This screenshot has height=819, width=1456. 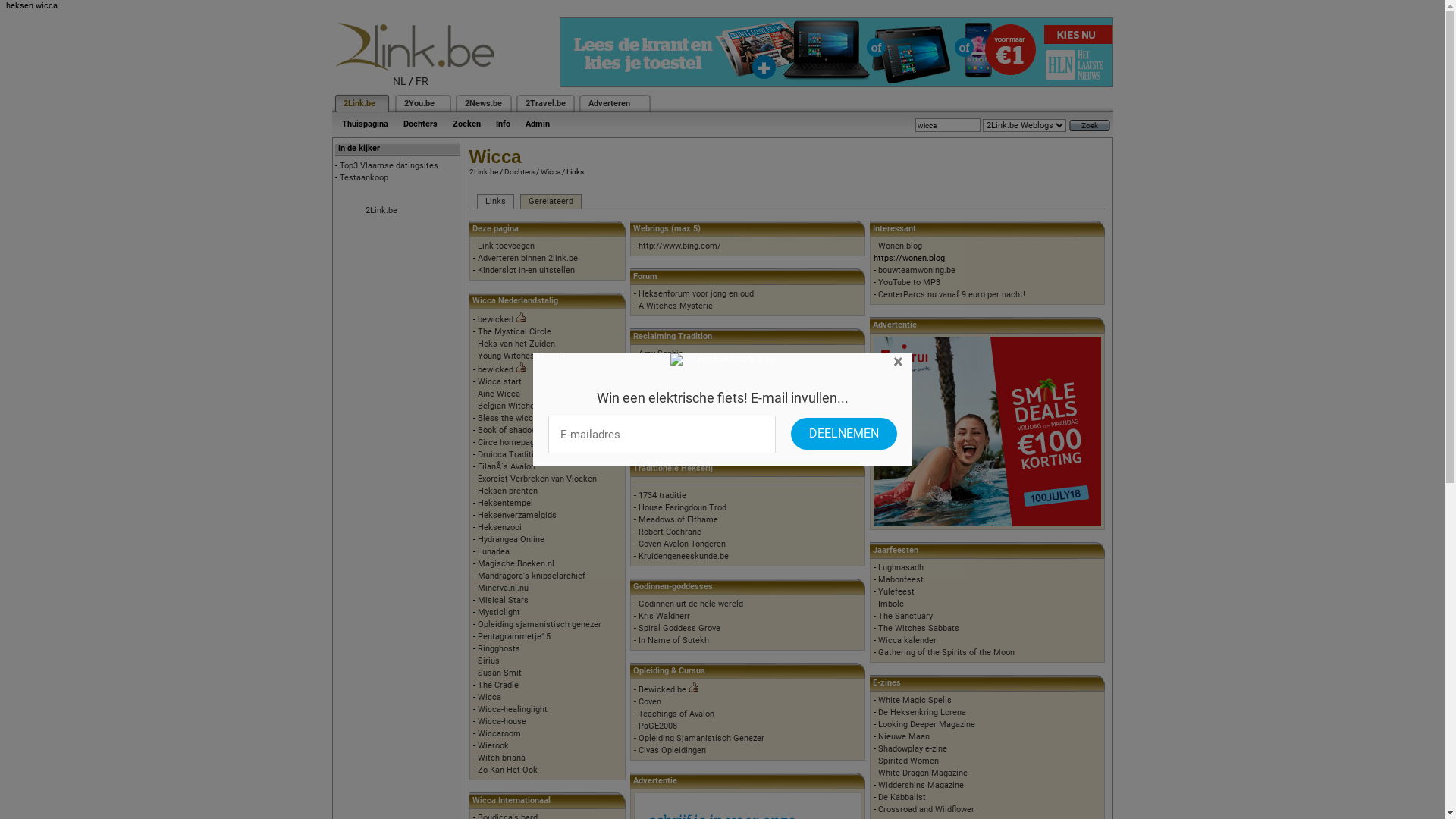 I want to click on 'Wicca kalender', so click(x=907, y=640).